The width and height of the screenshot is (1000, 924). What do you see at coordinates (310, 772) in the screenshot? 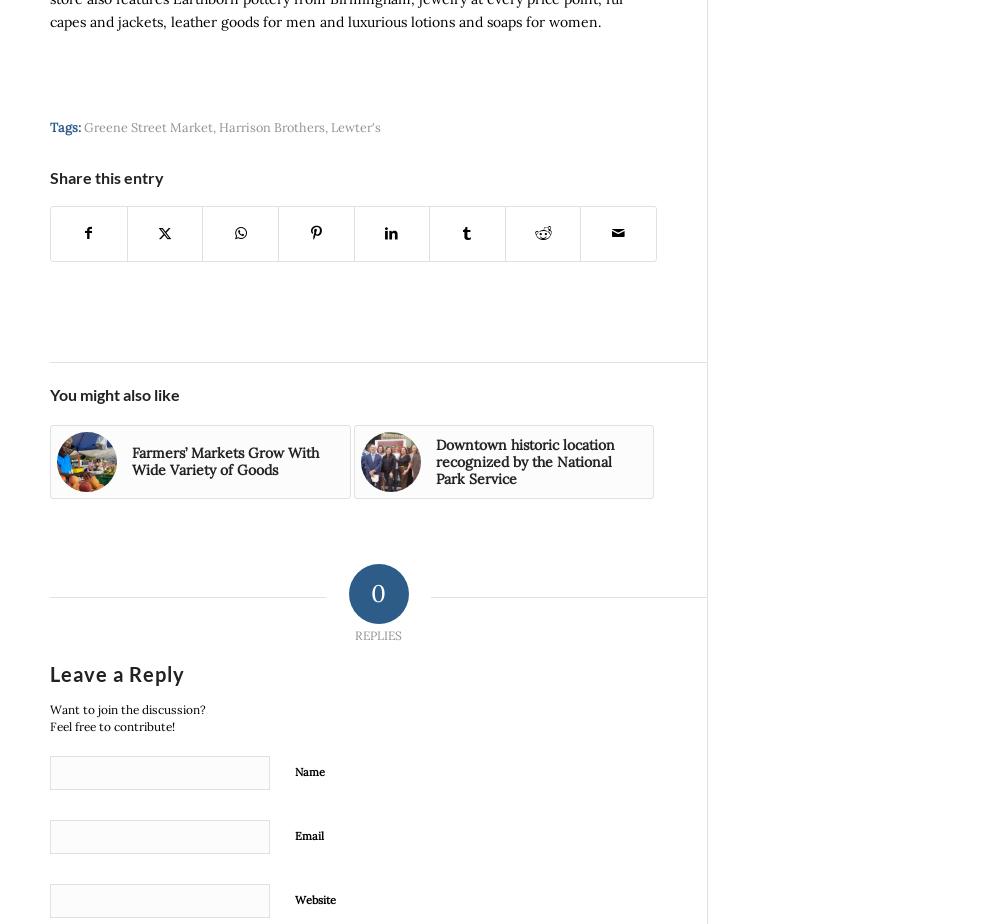
I see `'Name'` at bounding box center [310, 772].